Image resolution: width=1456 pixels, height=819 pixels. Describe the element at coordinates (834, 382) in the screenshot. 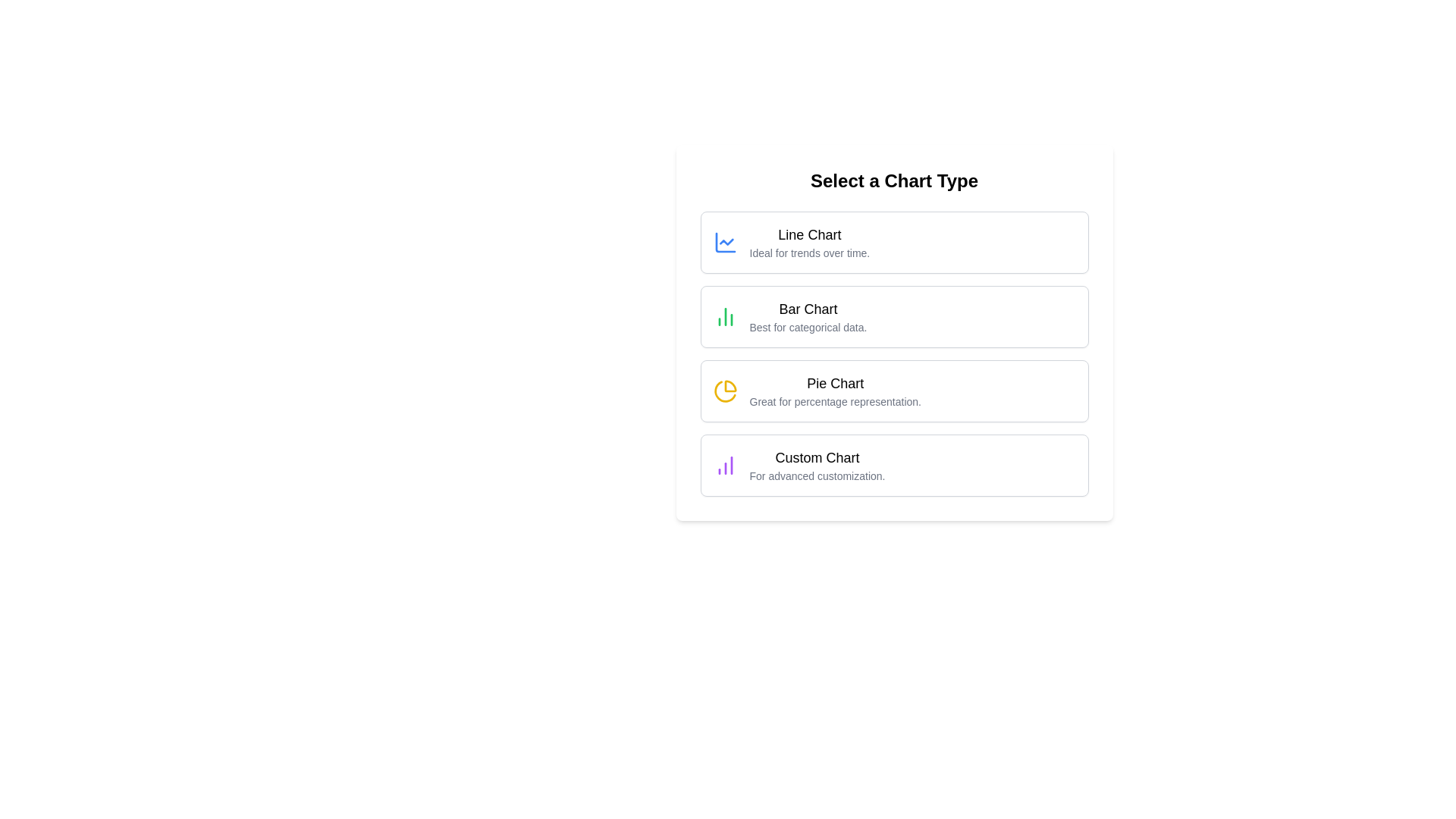

I see `label 'Pie Chart', which is a bold, black textual heading indicating the importance of this chart type option` at that location.